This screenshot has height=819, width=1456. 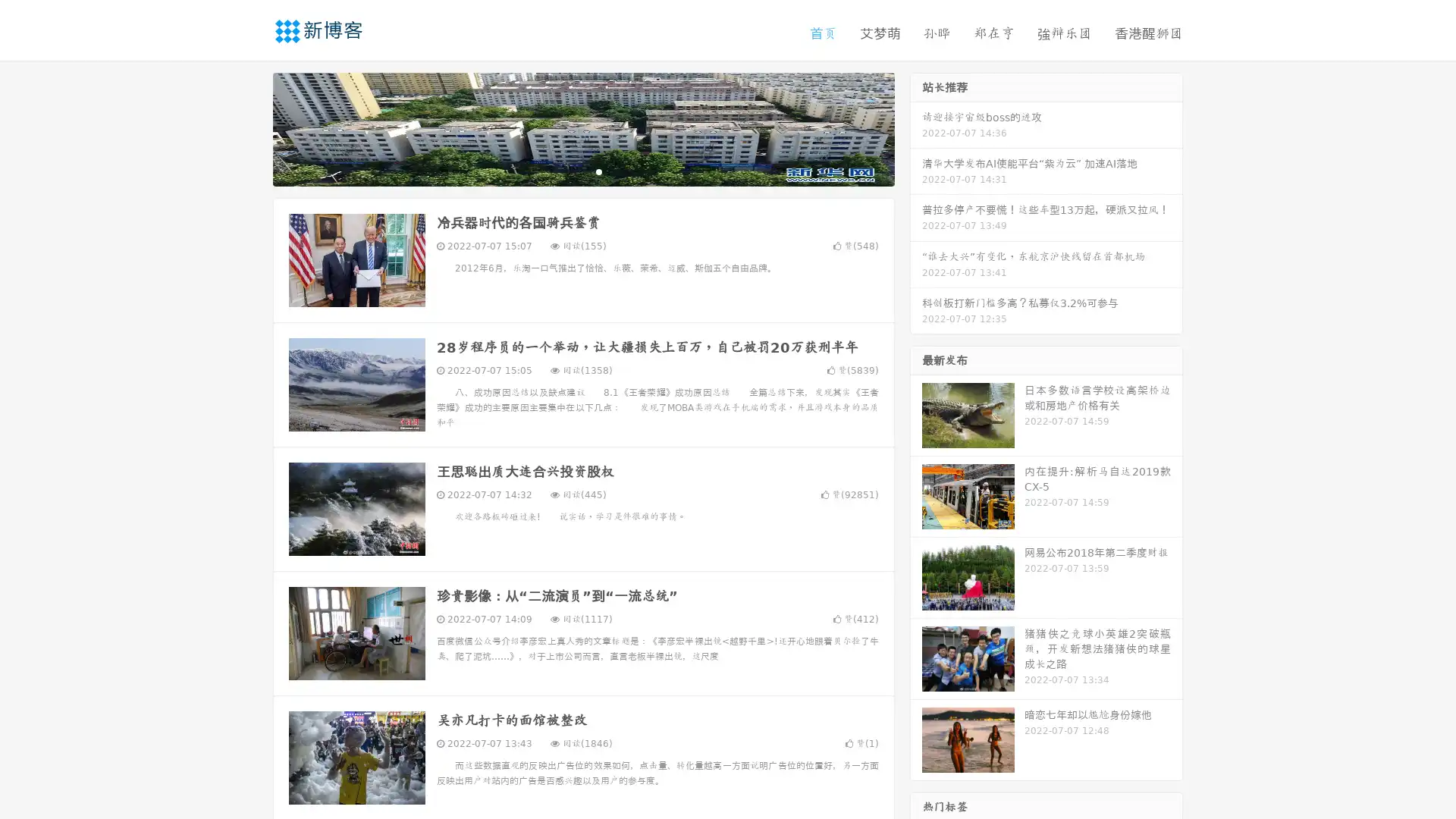 What do you see at coordinates (598, 171) in the screenshot?
I see `Go to slide 3` at bounding box center [598, 171].